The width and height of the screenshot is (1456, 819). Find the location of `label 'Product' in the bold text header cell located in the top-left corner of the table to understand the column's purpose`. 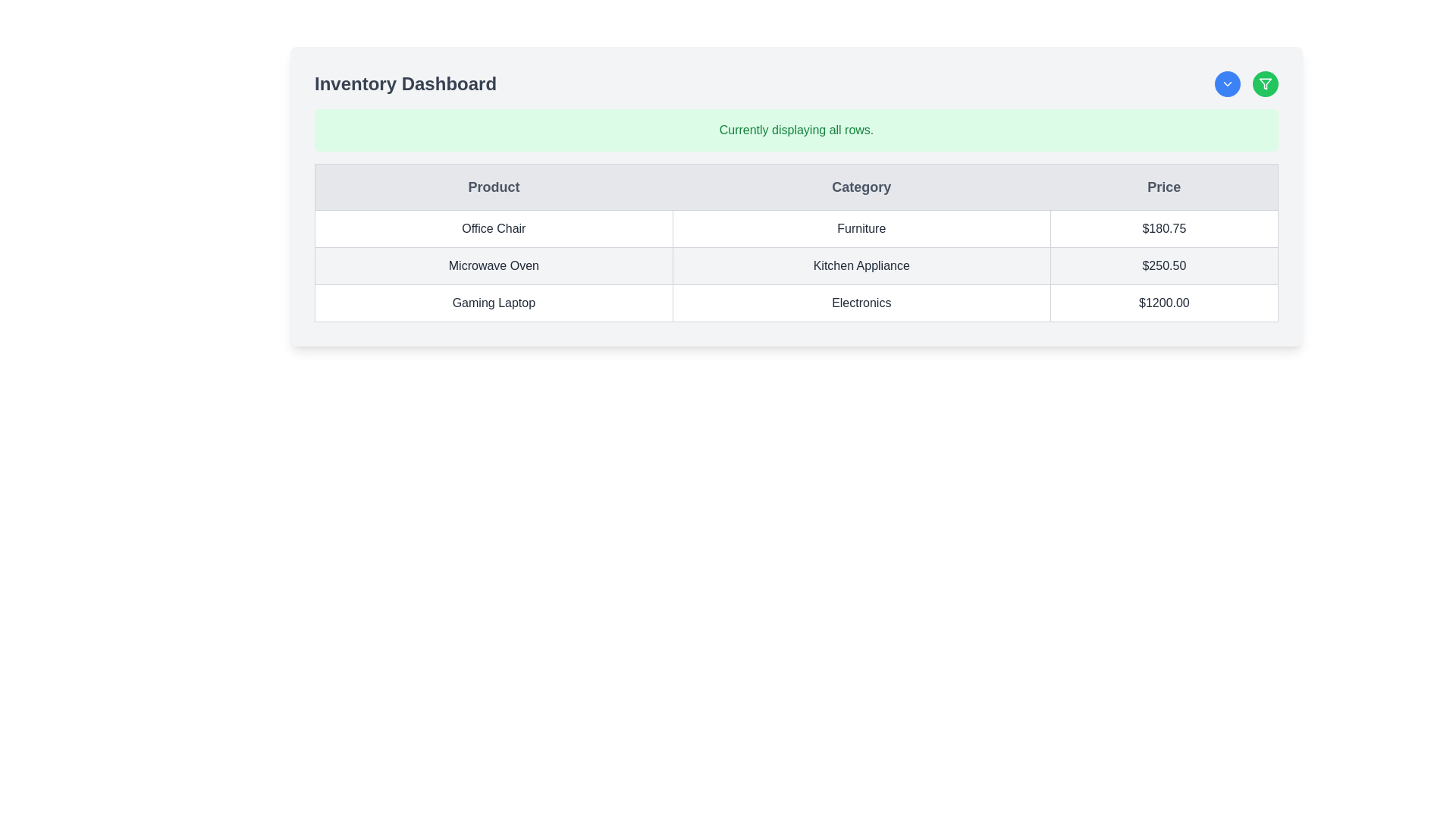

label 'Product' in the bold text header cell located in the top-left corner of the table to understand the column's purpose is located at coordinates (494, 186).